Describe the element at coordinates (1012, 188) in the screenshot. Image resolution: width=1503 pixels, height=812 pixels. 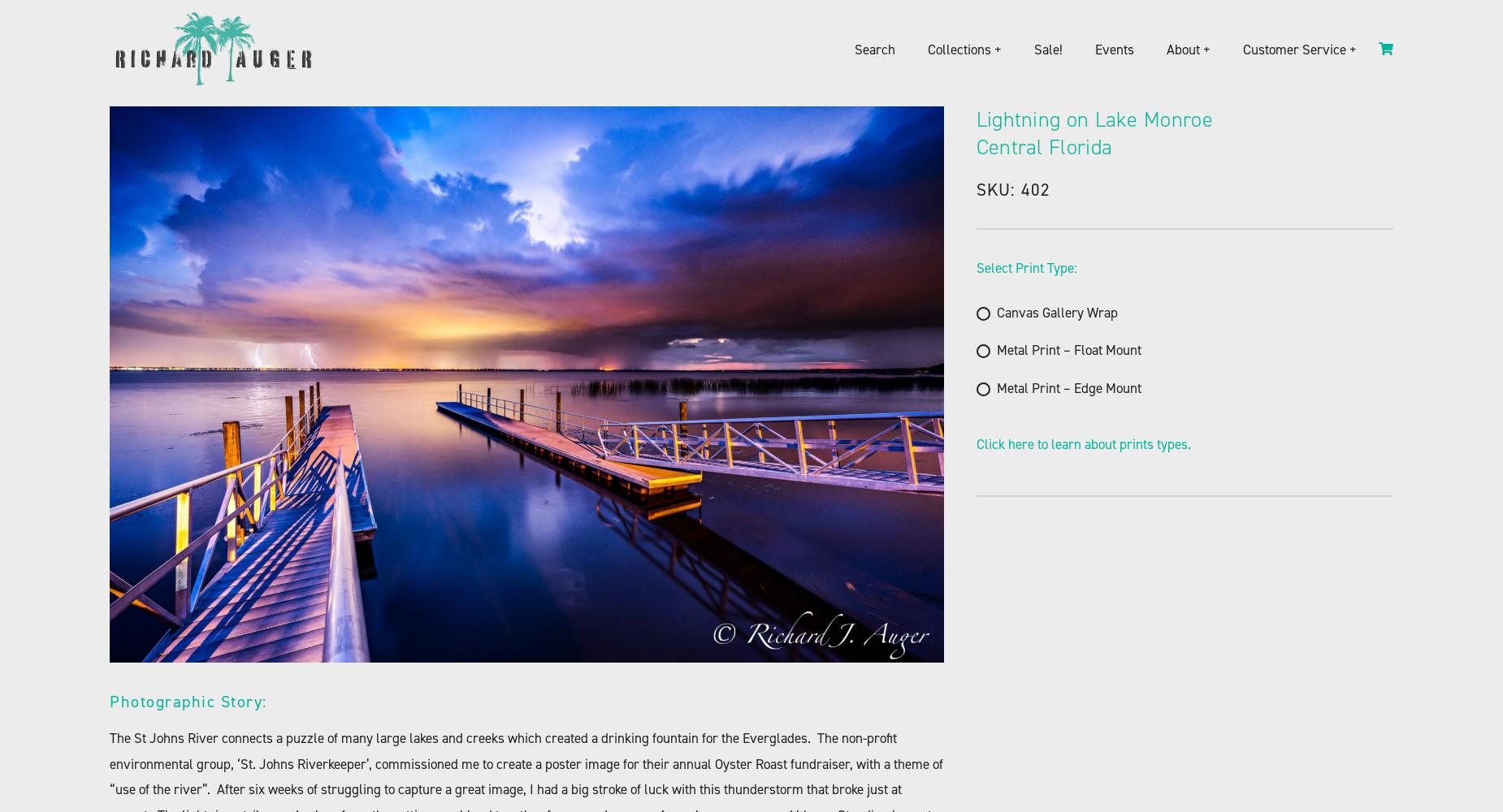
I see `'SKU: 402'` at that location.